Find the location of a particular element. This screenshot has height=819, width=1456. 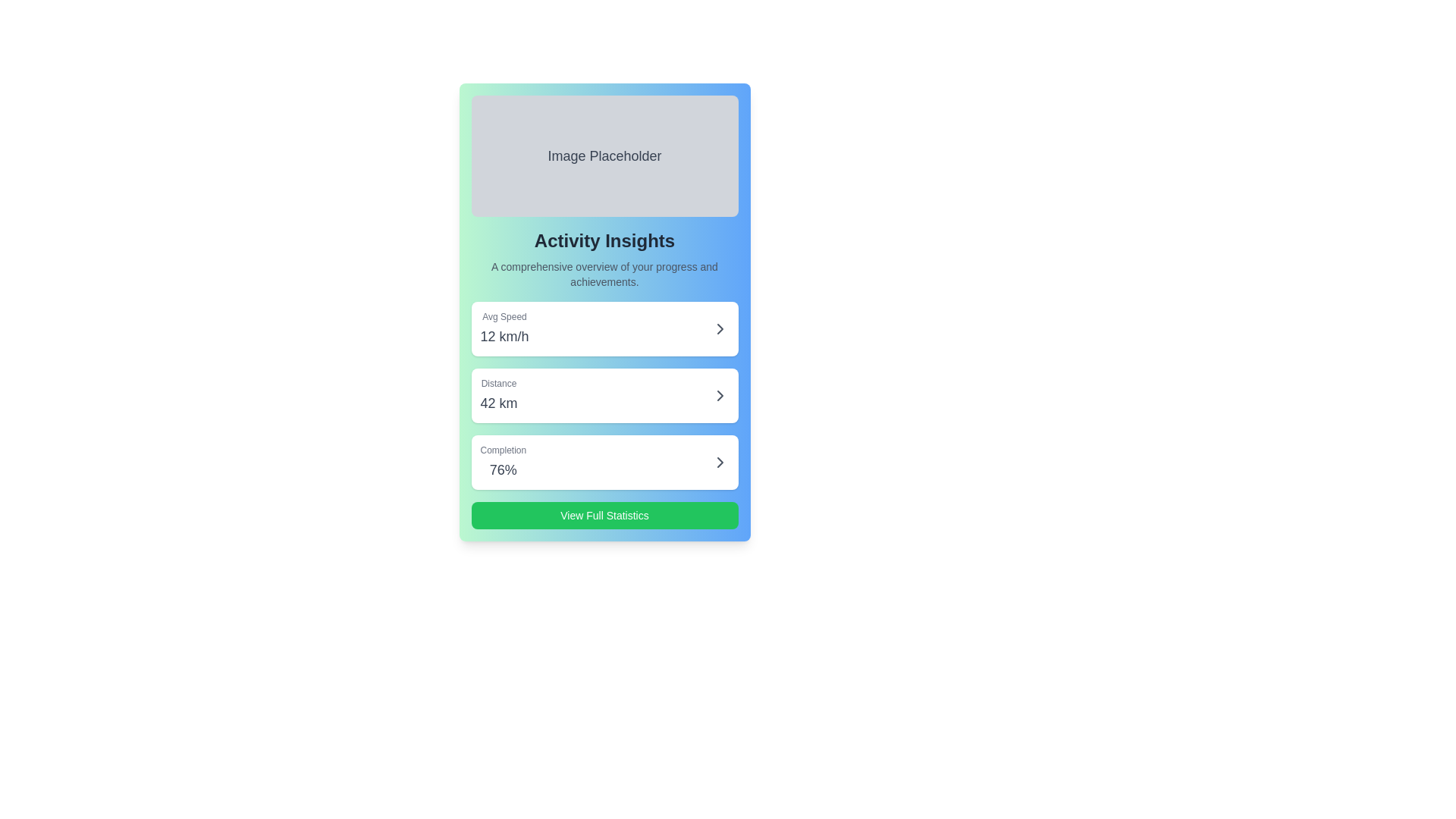

percentage completion value displayed in the Informational text group, which is located within the second-to-last white card in the 'Activity Insights' section and is left-aligned with a chevron arrow icon on the right is located at coordinates (503, 461).